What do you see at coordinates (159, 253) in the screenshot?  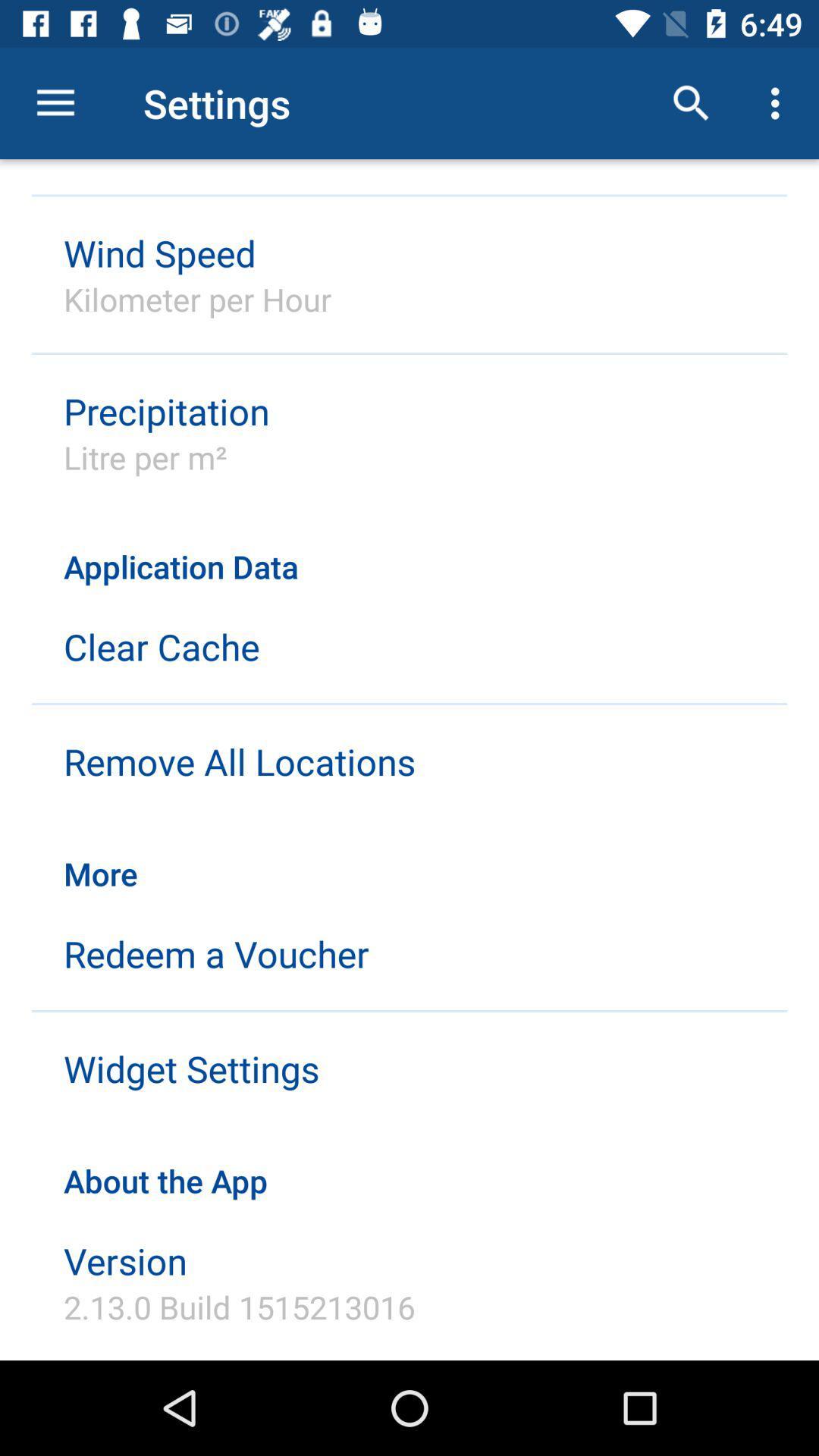 I see `item above the kilometer per hour` at bounding box center [159, 253].